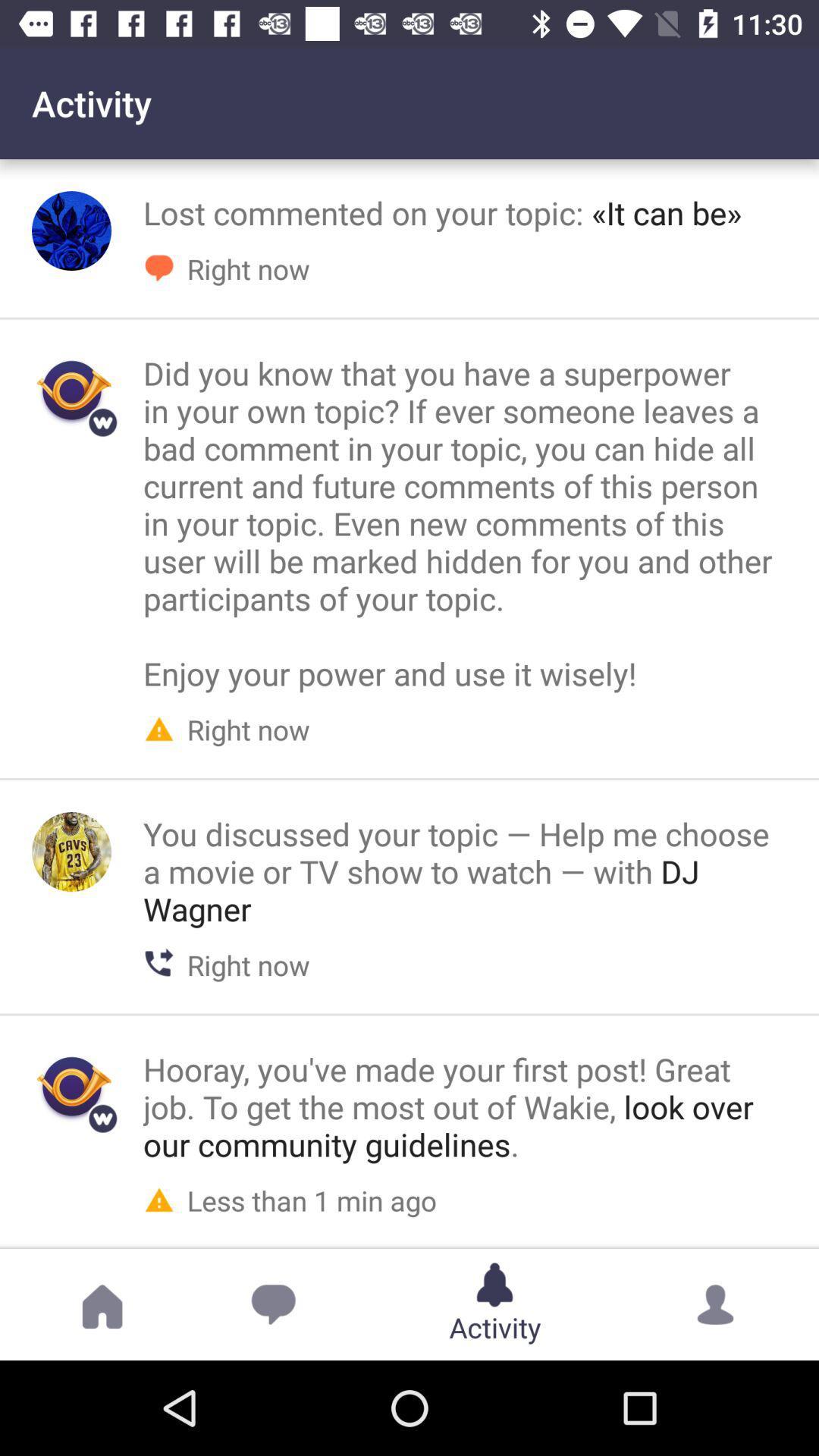 The height and width of the screenshot is (1456, 819). What do you see at coordinates (71, 230) in the screenshot?
I see `avatar for user` at bounding box center [71, 230].